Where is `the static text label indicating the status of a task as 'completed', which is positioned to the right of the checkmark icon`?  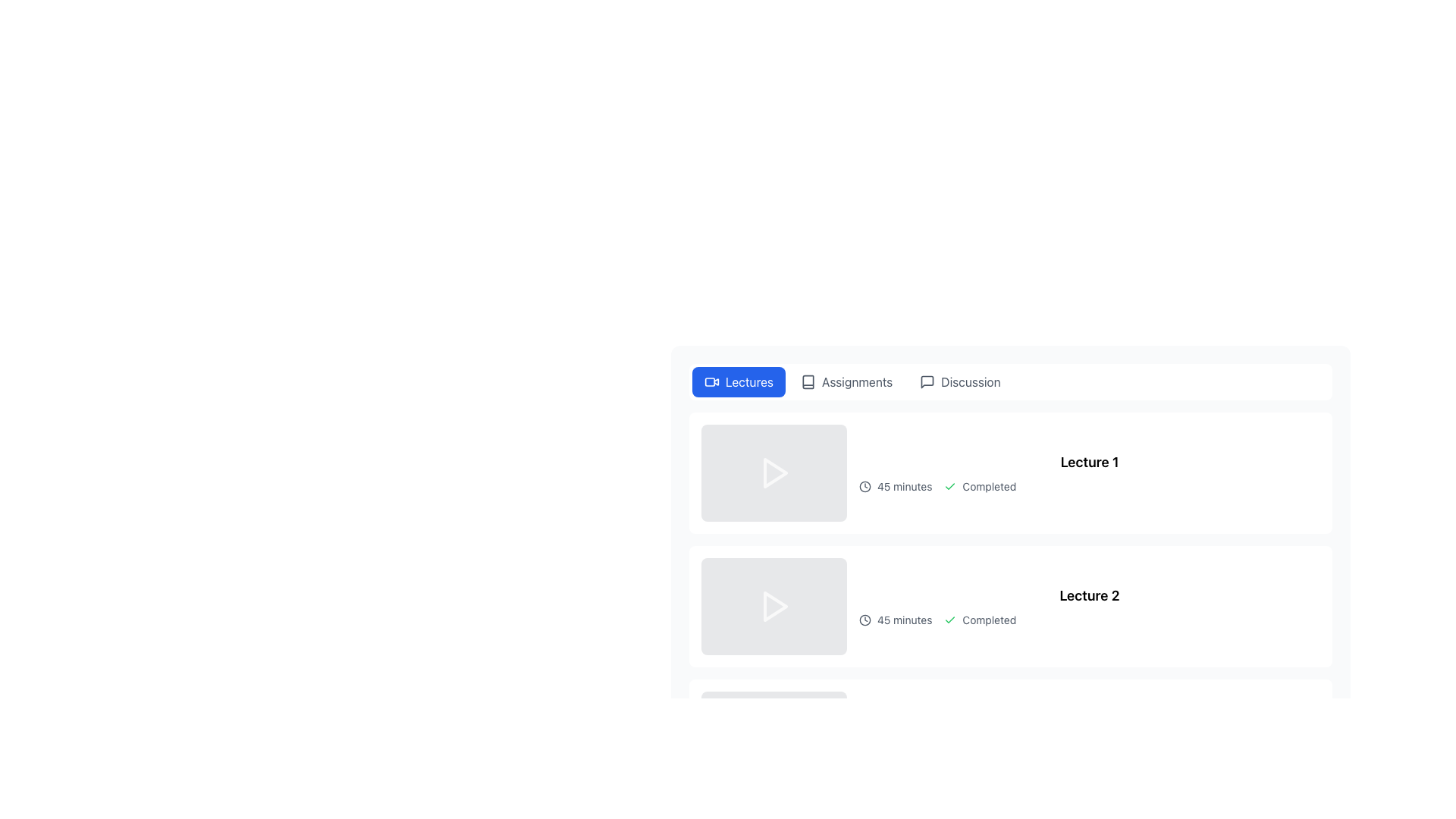 the static text label indicating the status of a task as 'completed', which is positioned to the right of the checkmark icon is located at coordinates (989, 620).